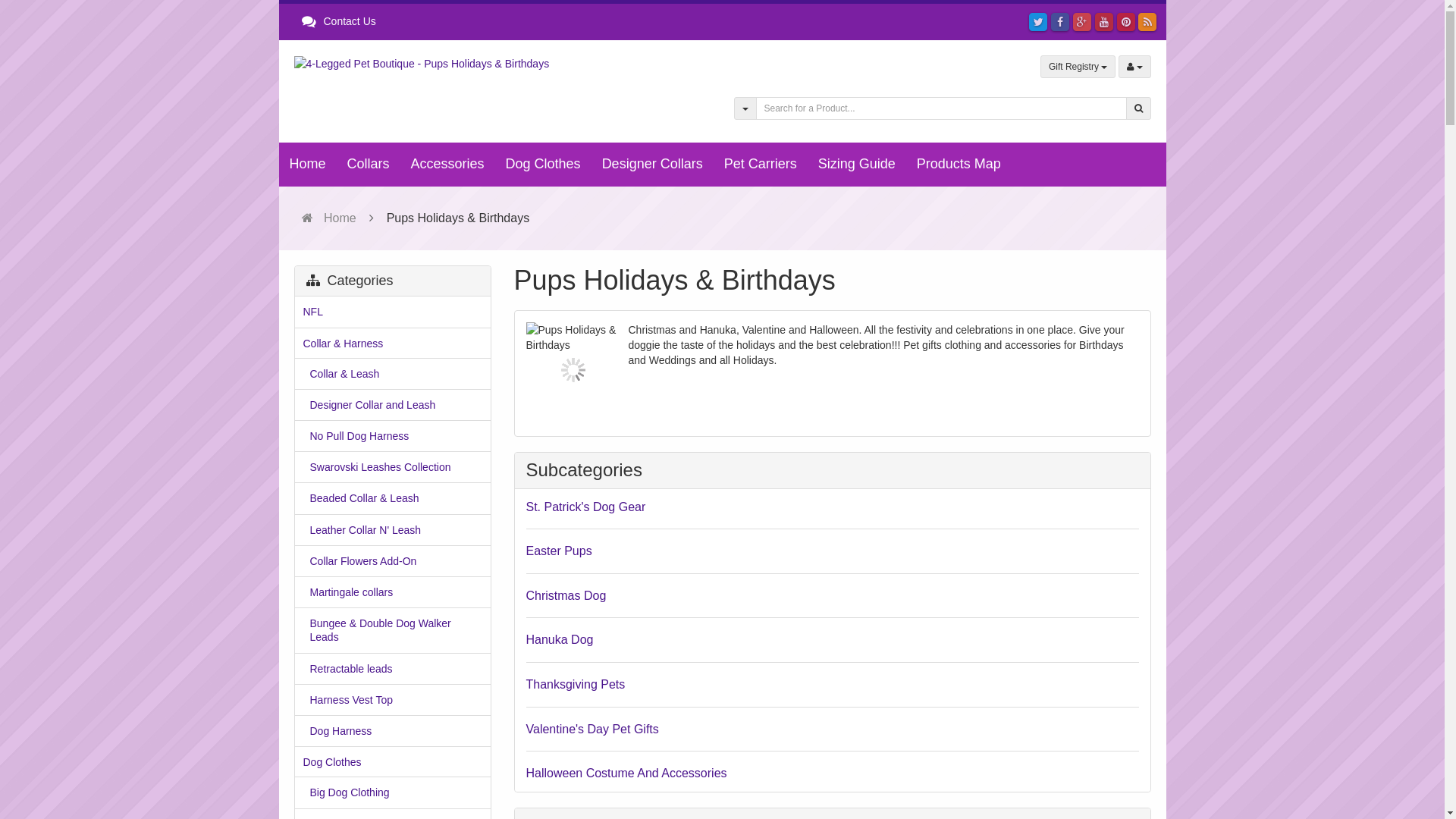 This screenshot has width=1456, height=819. What do you see at coordinates (1027, 22) in the screenshot?
I see `'Twitter'` at bounding box center [1027, 22].